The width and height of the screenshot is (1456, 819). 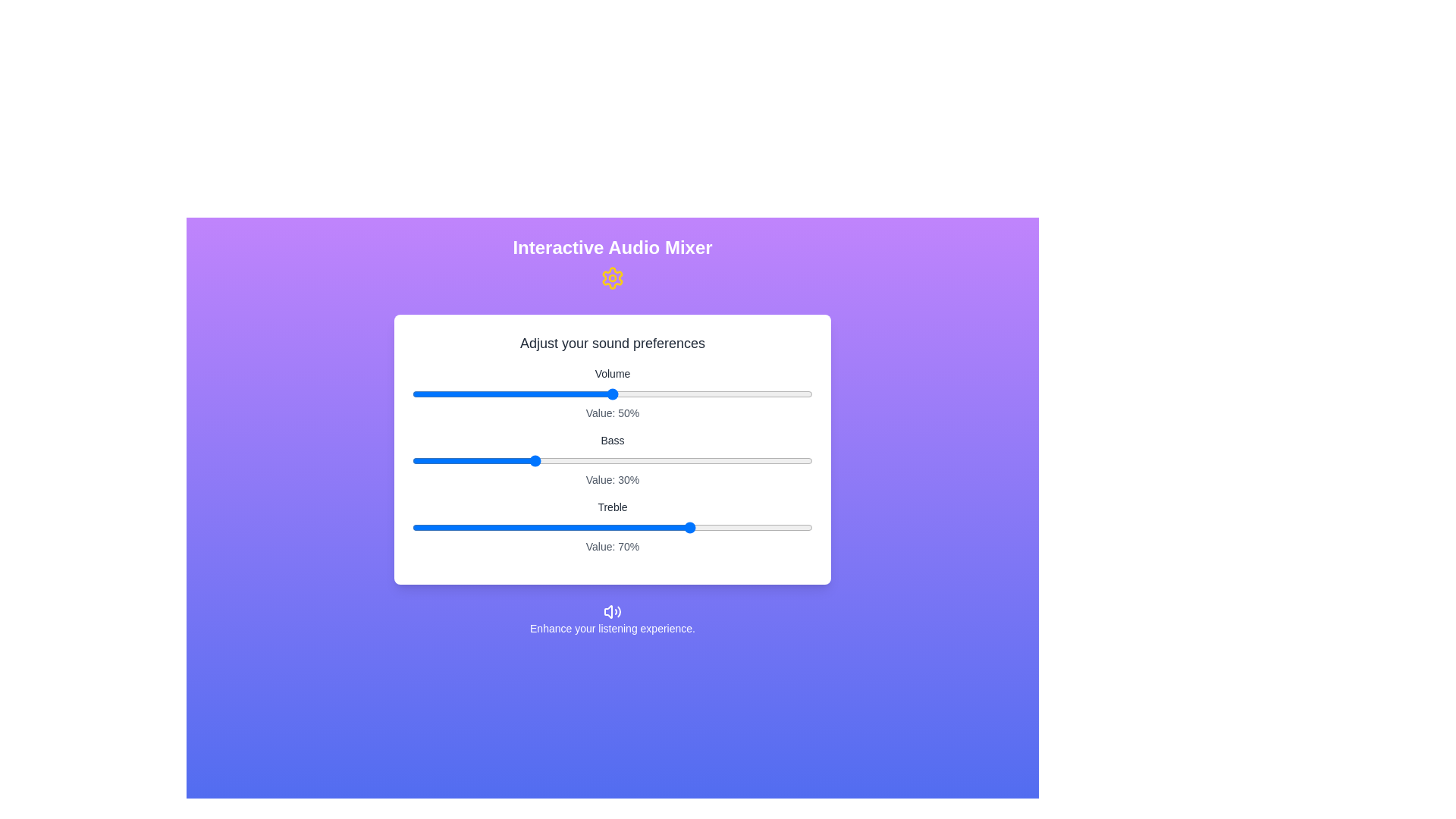 What do you see at coordinates (764, 460) in the screenshot?
I see `the slider for 1 to 88%` at bounding box center [764, 460].